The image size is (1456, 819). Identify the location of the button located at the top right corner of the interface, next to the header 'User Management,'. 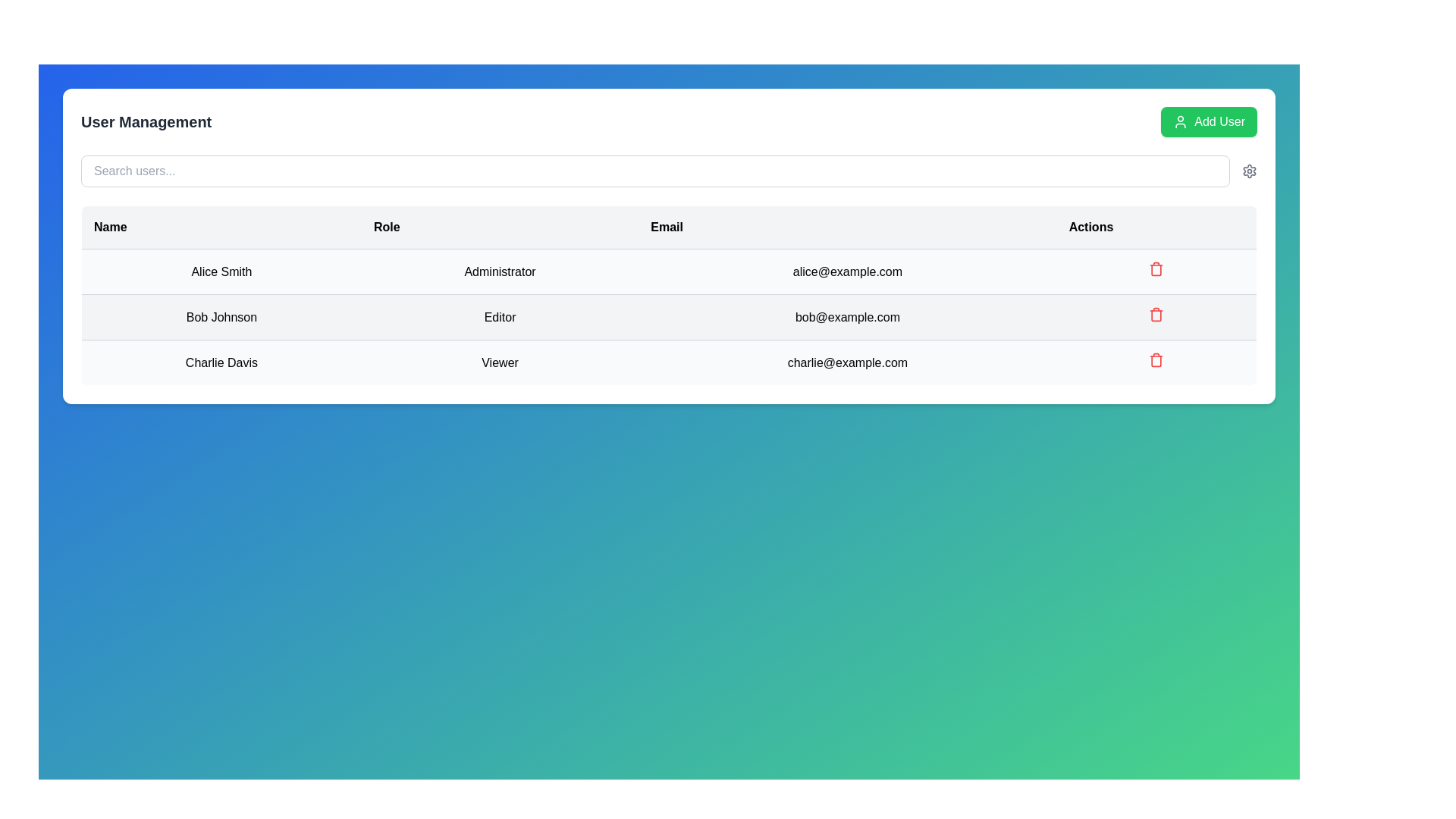
(1208, 121).